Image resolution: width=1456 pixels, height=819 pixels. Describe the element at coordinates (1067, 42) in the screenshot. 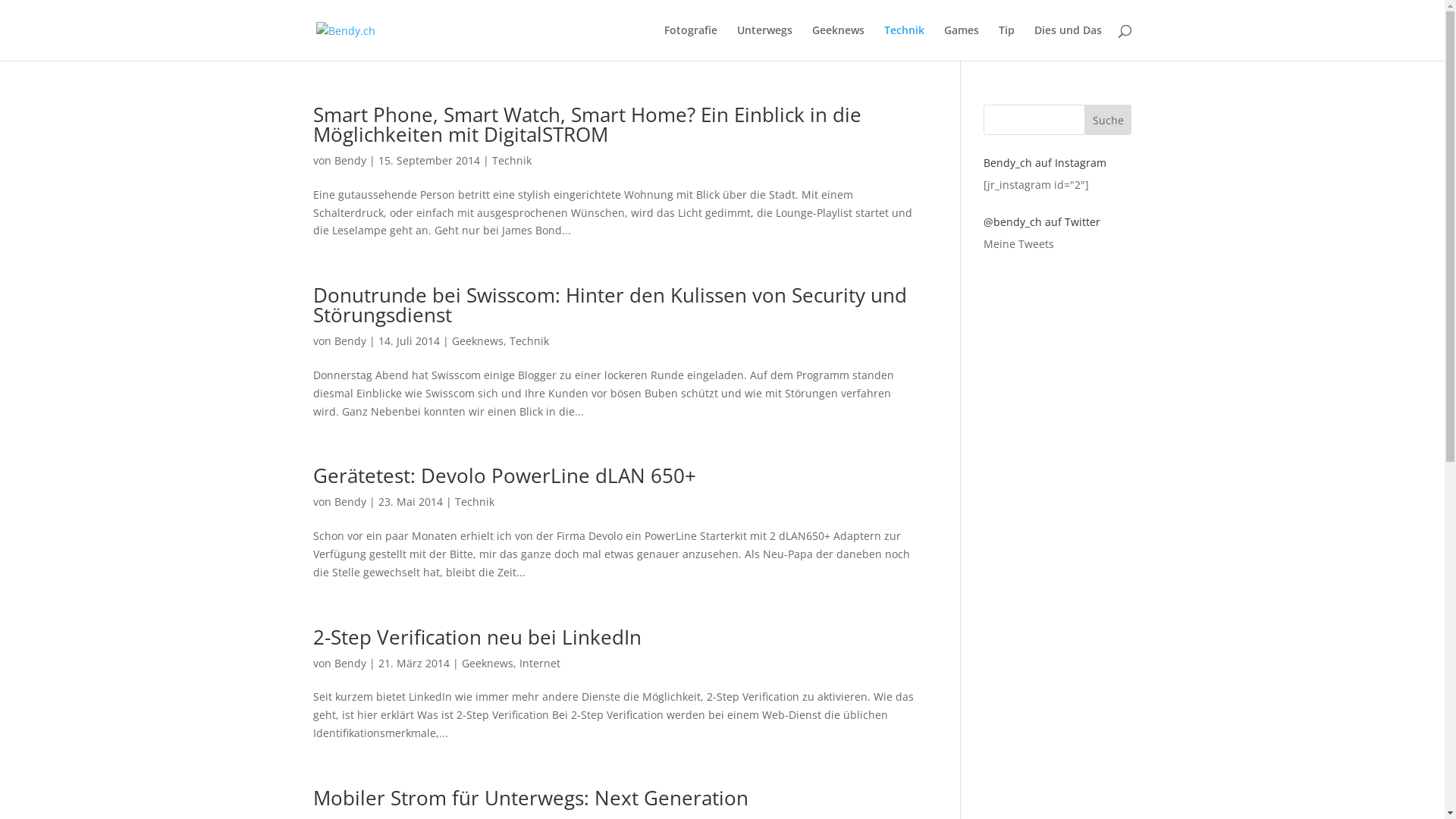

I see `'Dies und Das'` at that location.